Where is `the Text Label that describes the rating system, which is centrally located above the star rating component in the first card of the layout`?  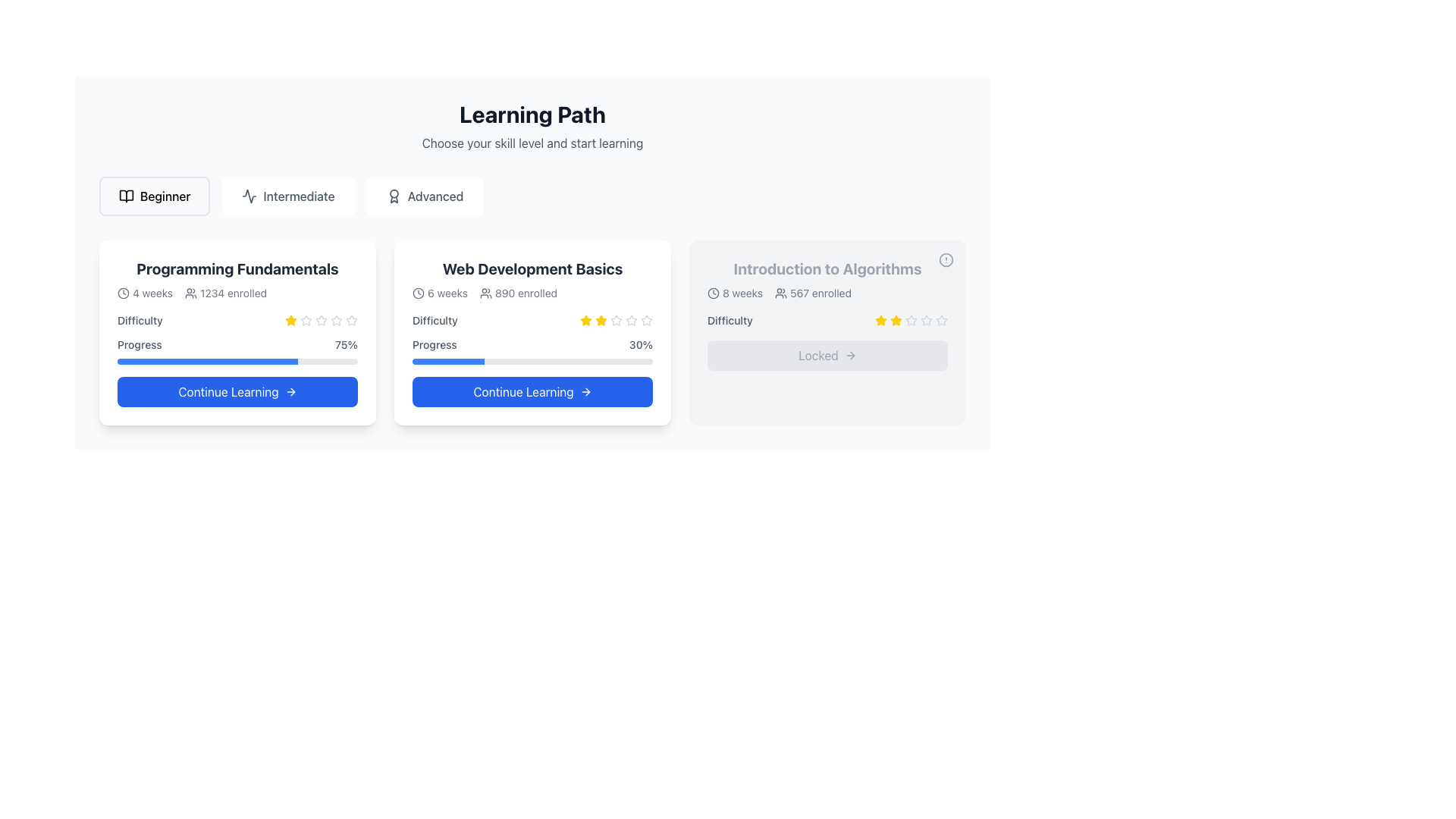 the Text Label that describes the rating system, which is centrally located above the star rating component in the first card of the layout is located at coordinates (140, 320).